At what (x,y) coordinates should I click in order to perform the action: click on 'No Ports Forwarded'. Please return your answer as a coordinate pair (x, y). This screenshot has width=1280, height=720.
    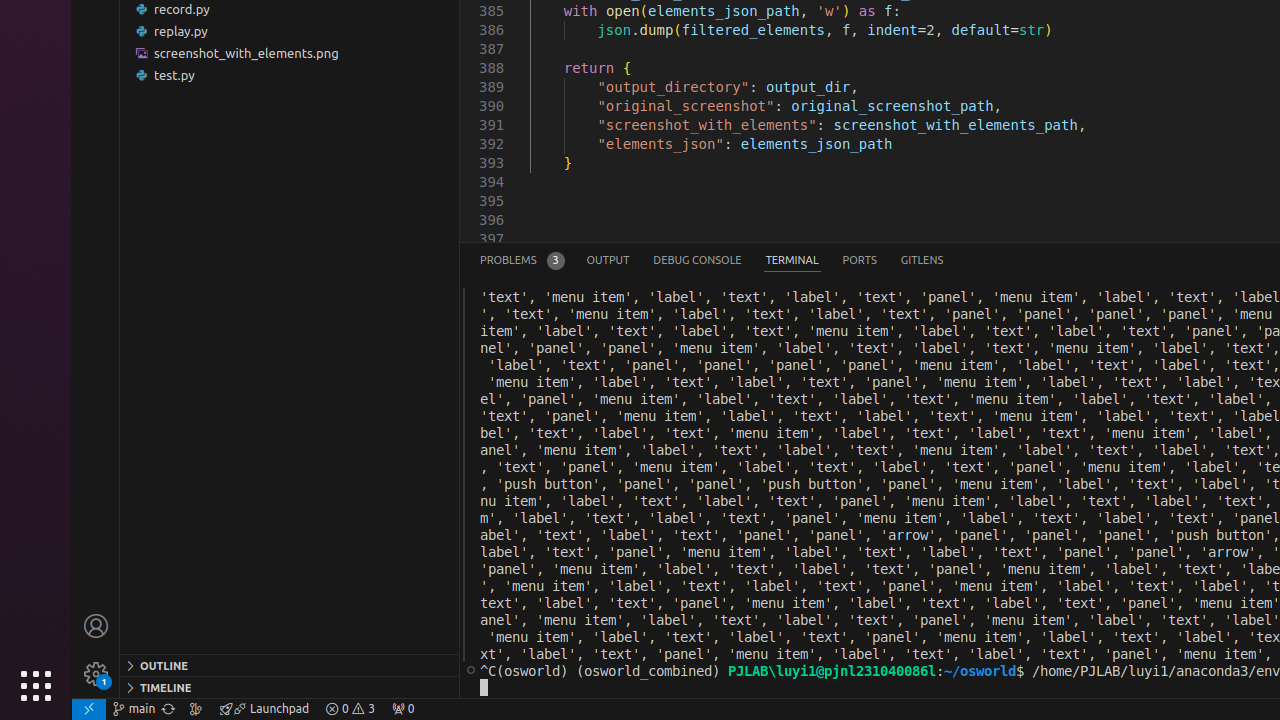
    Looking at the image, I should click on (401, 707).